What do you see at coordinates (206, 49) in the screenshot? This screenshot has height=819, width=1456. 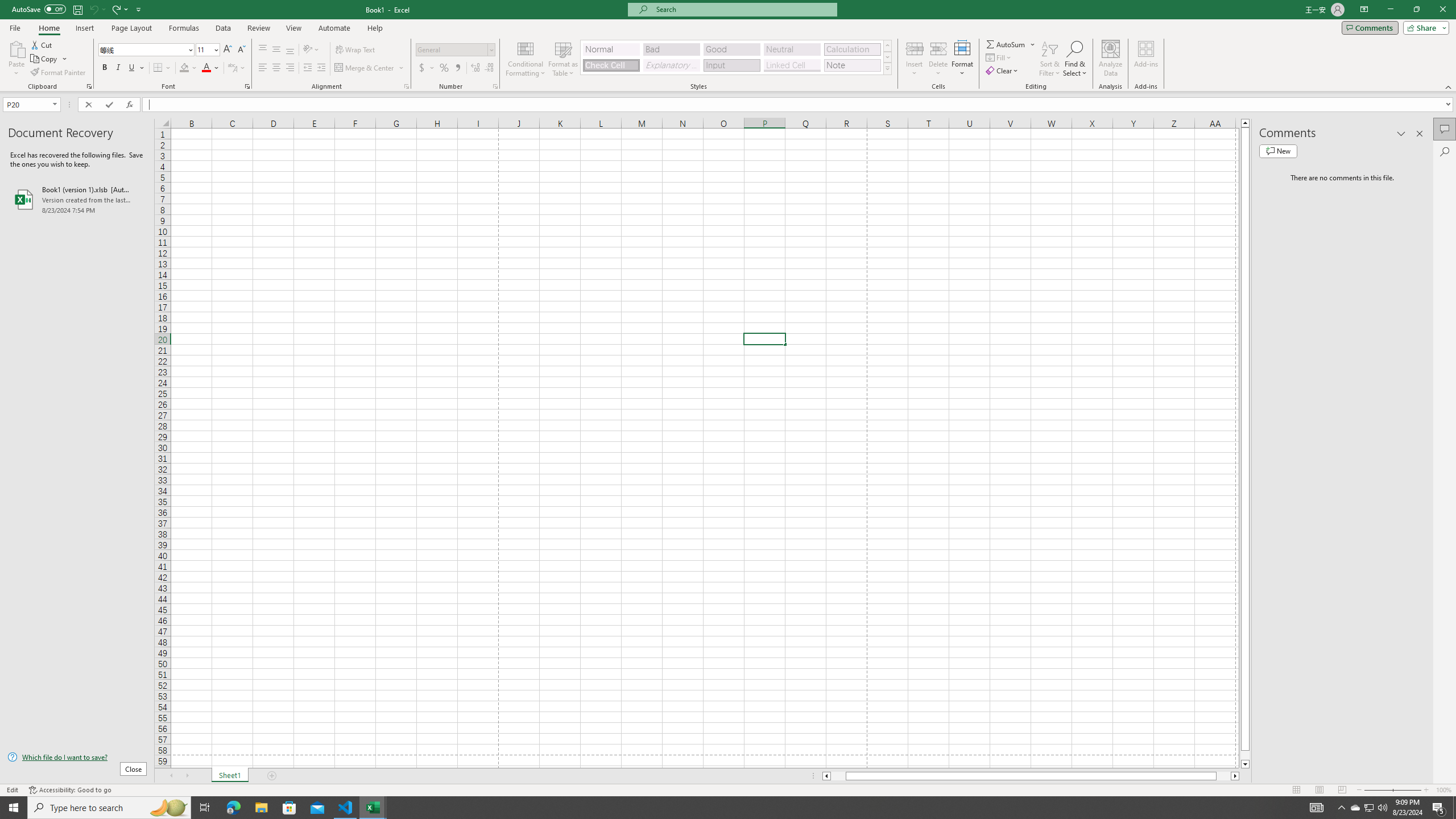 I see `'Font Size'` at bounding box center [206, 49].